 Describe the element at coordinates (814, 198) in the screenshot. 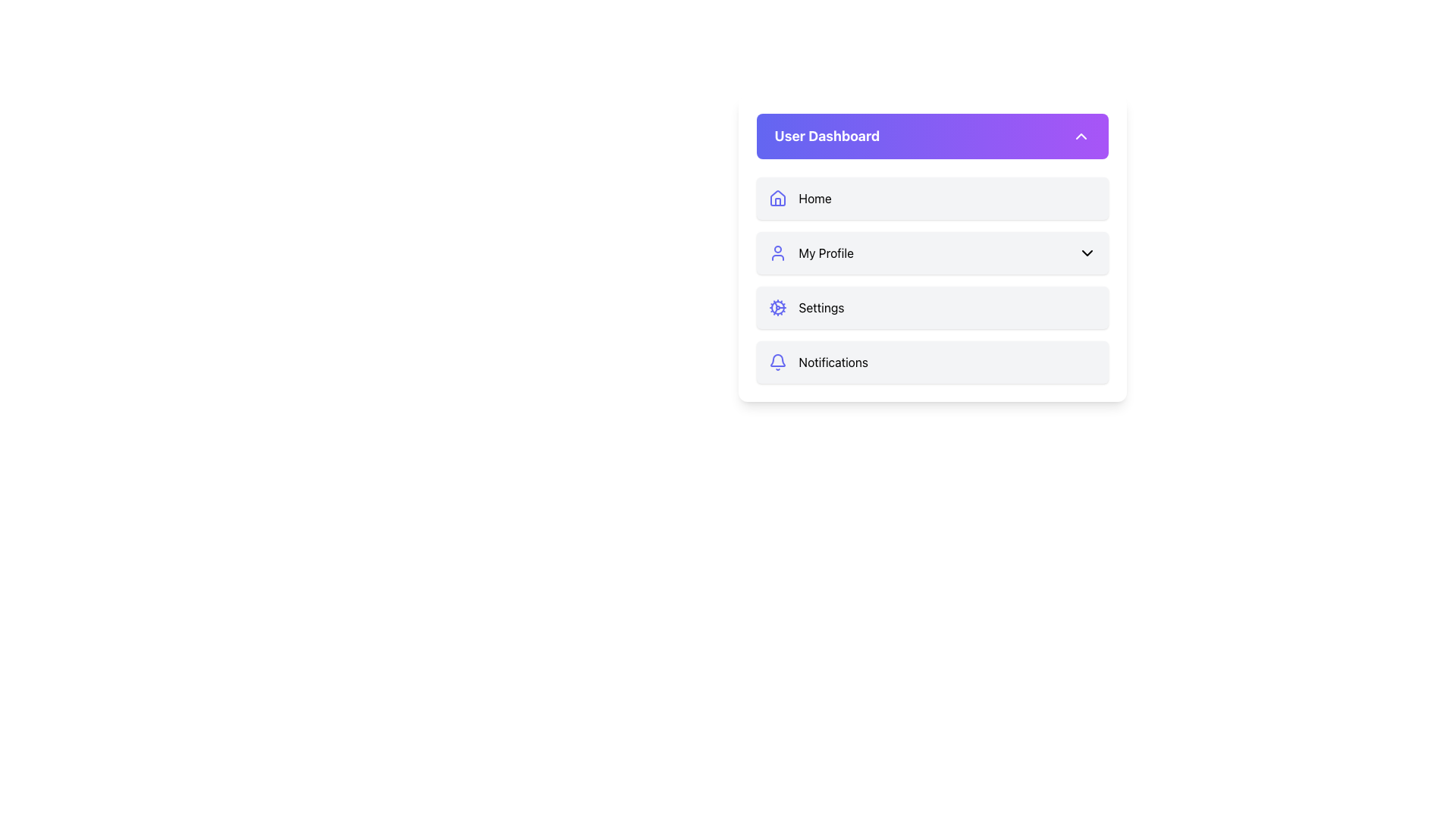

I see `the 'Home' text label, which is displayed in bold black text to the right of a blue house-shaped icon, to trigger the hover effects` at that location.